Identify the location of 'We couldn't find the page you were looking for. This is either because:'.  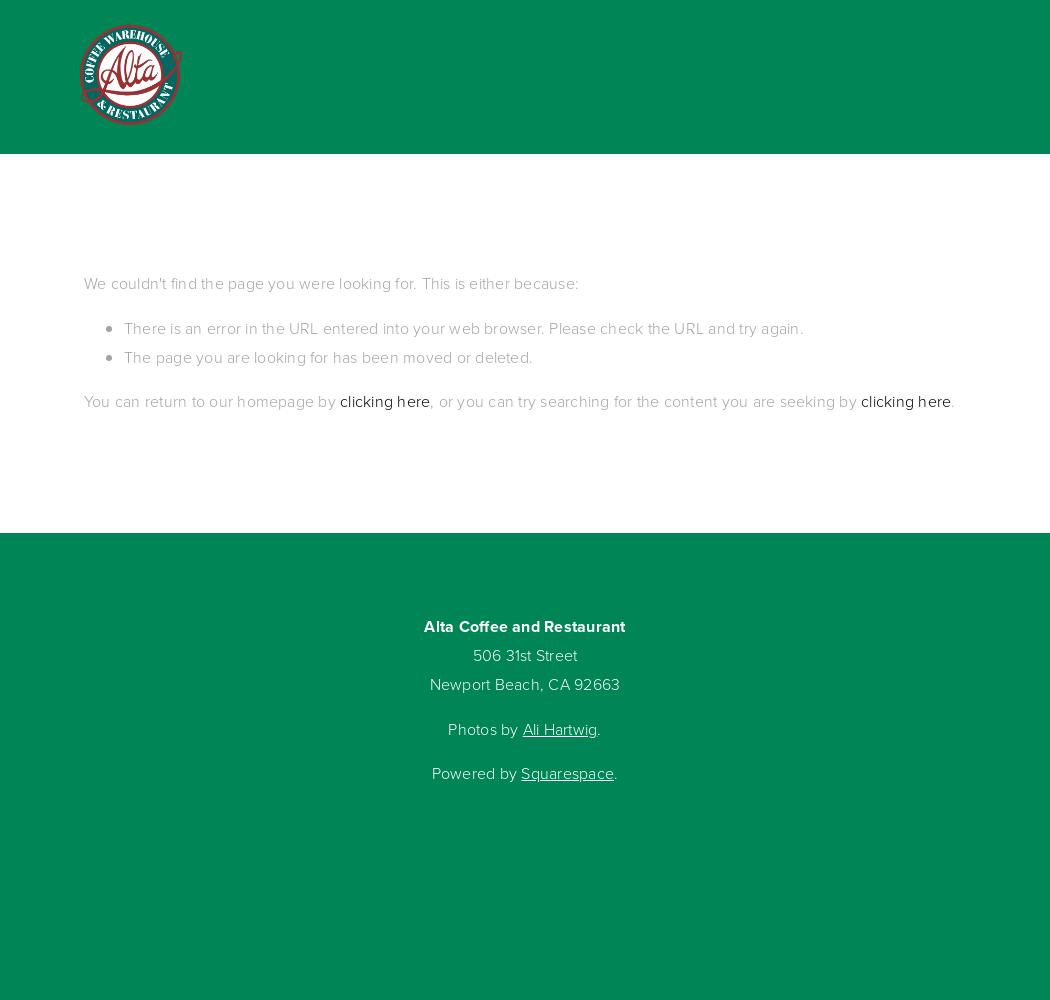
(331, 283).